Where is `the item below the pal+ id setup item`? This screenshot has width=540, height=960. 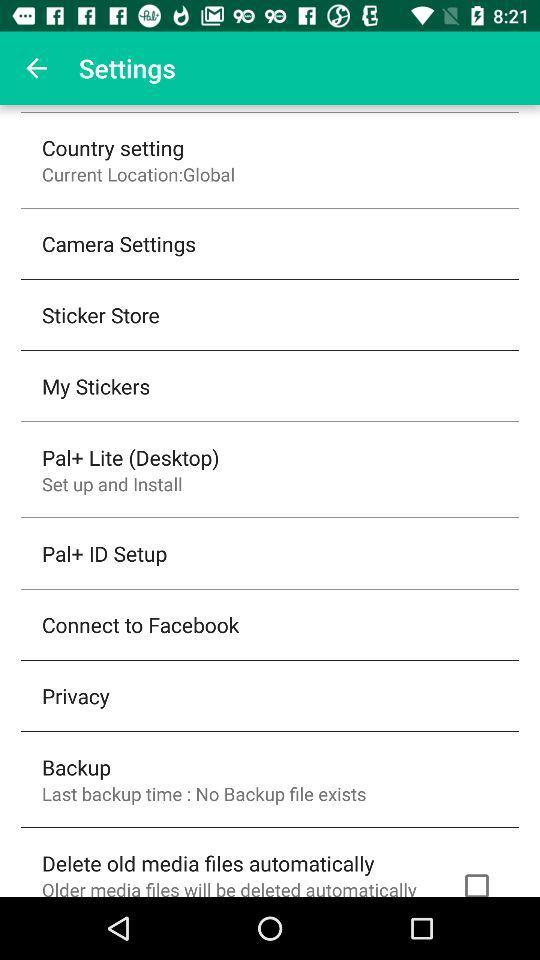 the item below the pal+ id setup item is located at coordinates (139, 623).